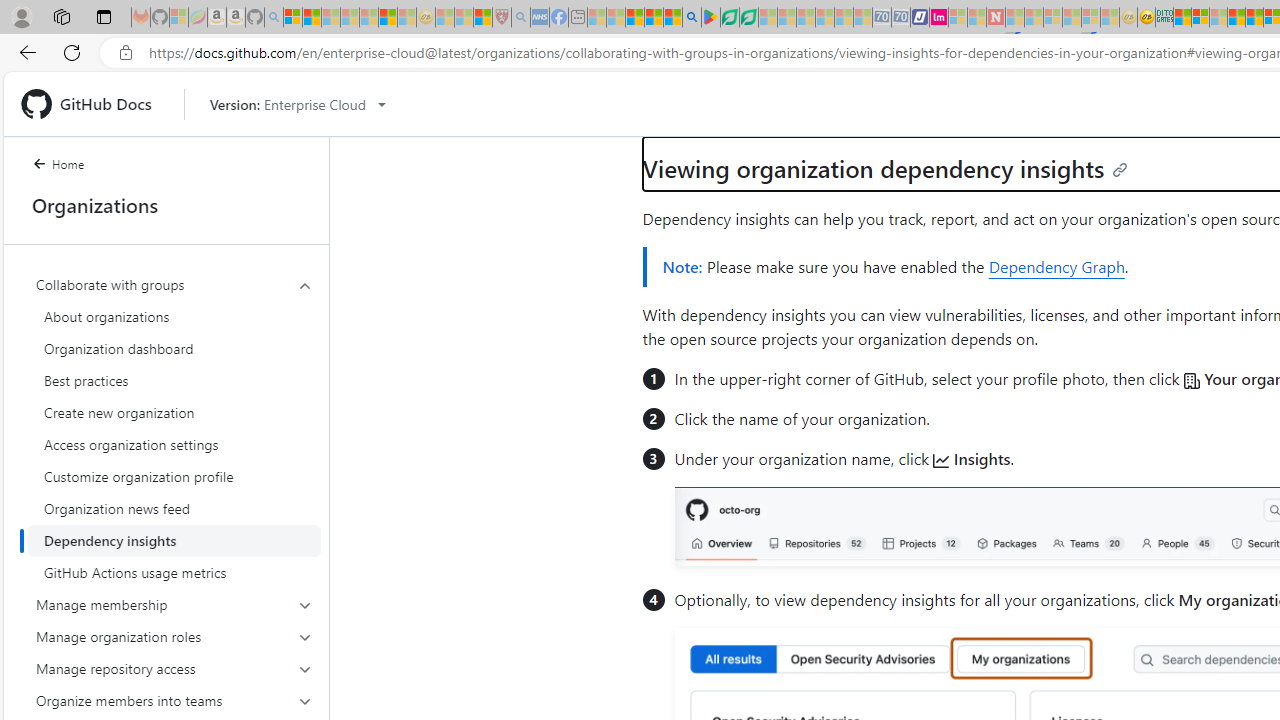 This screenshot has width=1280, height=720. I want to click on 'Manage organization roles', so click(174, 636).